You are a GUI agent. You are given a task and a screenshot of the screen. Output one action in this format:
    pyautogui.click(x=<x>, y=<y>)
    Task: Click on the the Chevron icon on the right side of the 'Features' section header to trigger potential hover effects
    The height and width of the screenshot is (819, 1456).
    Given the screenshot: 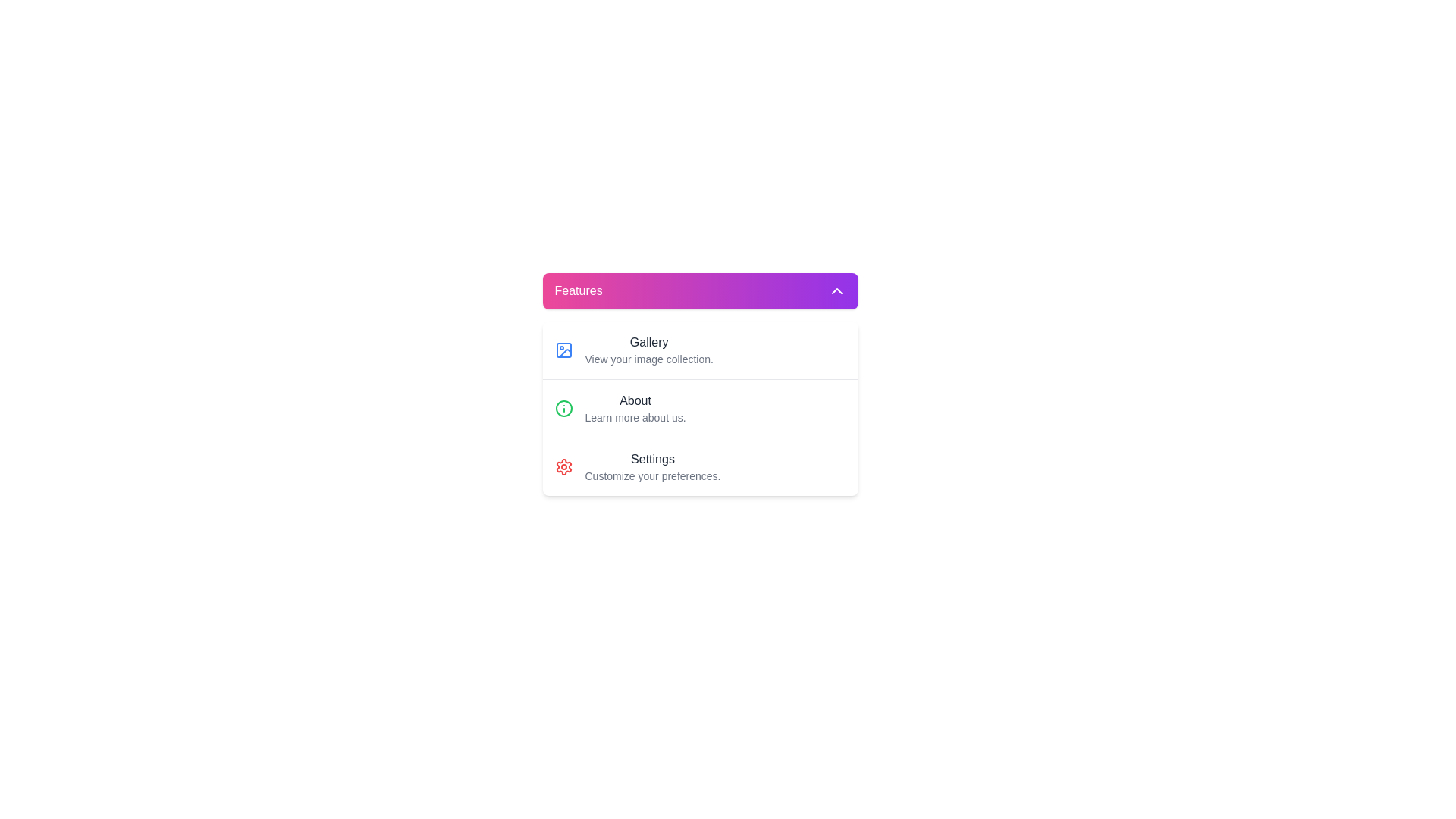 What is the action you would take?
    pyautogui.click(x=836, y=291)
    